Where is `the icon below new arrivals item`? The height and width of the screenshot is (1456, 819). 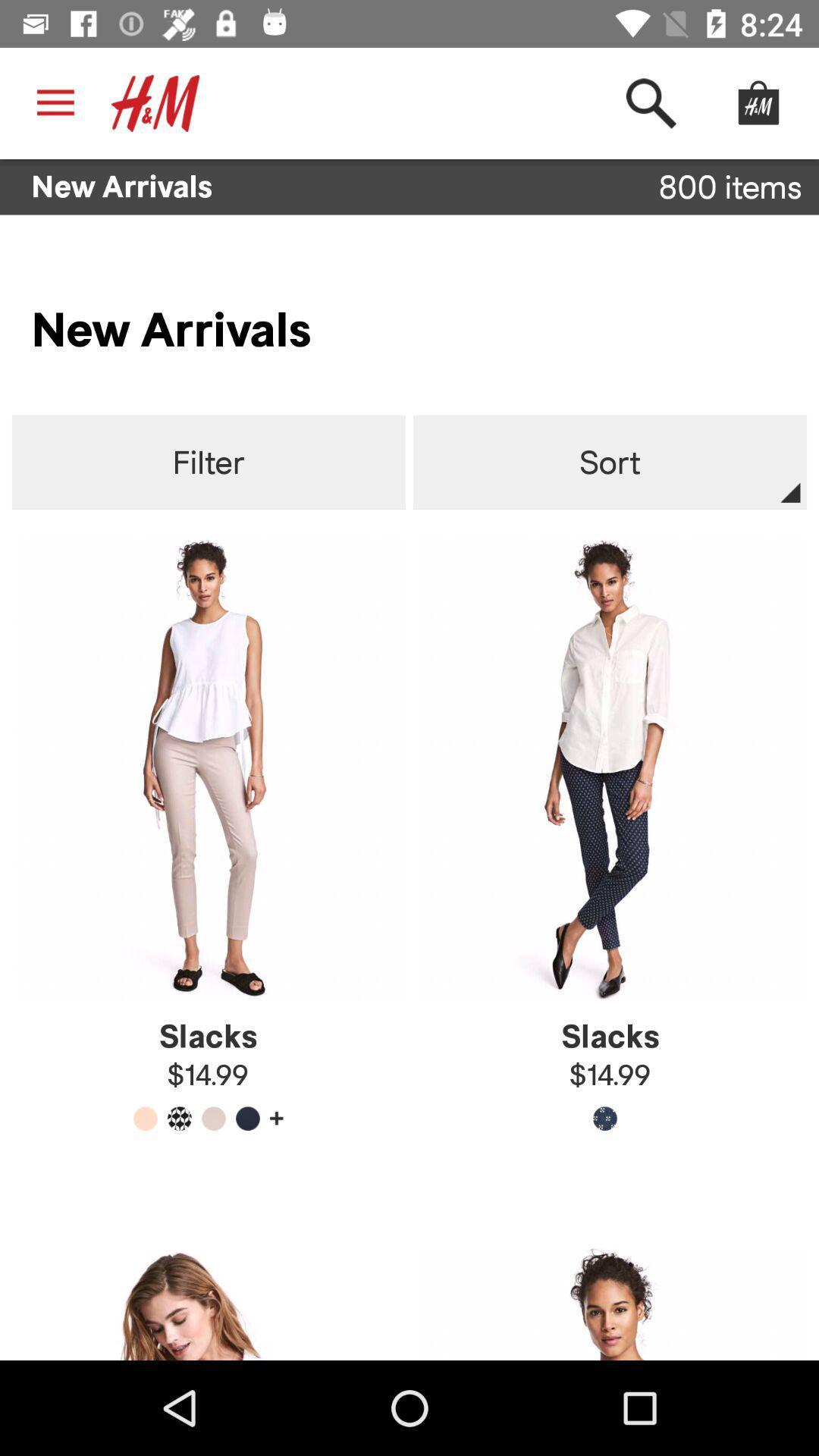
the icon below new arrivals item is located at coordinates (209, 462).